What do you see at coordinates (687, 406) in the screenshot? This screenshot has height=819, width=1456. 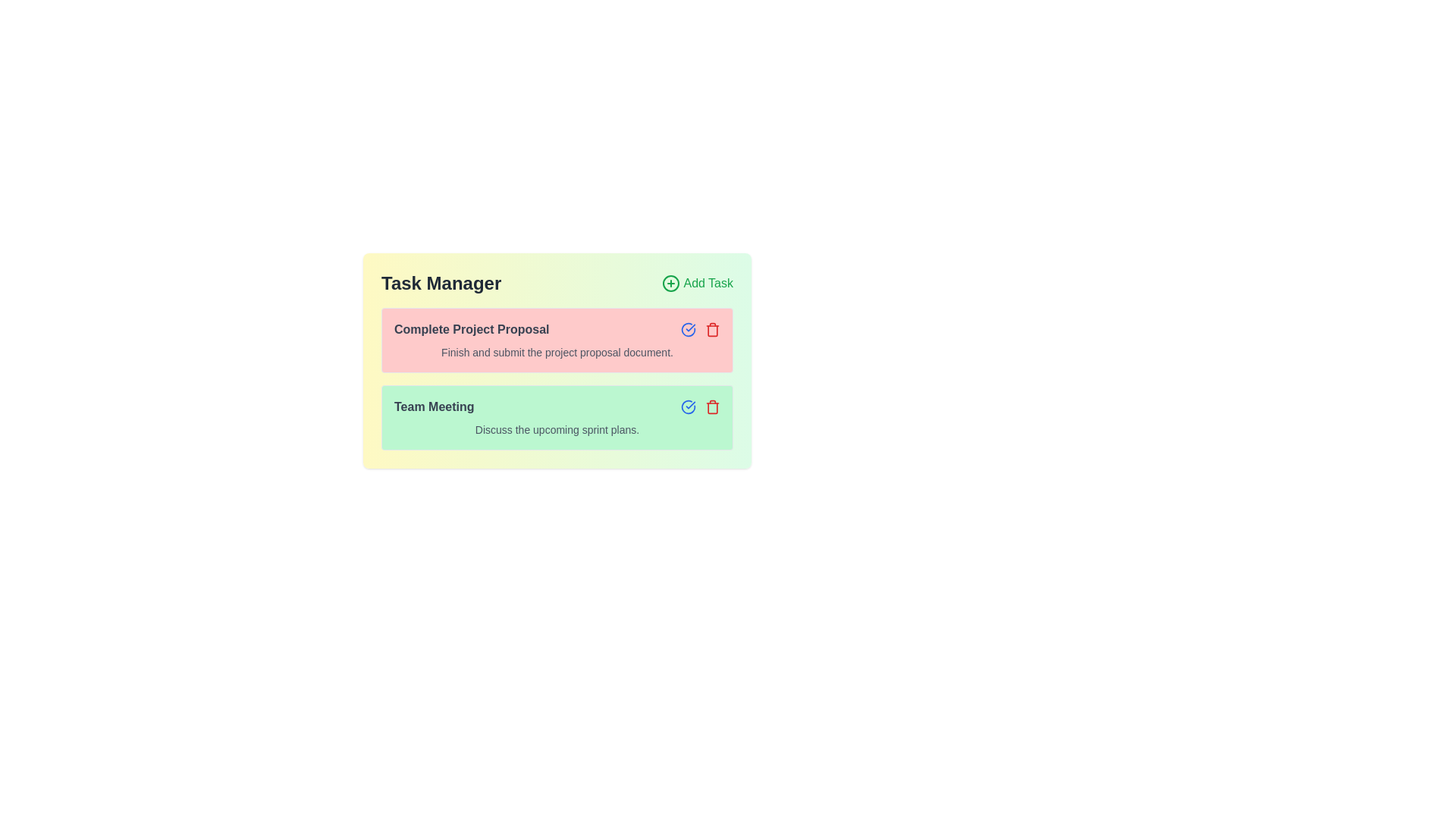 I see `the left confirmation icon to mark the 'Team Meeting' task as complete in the green highlighted task section under 'Task Manager'` at bounding box center [687, 406].